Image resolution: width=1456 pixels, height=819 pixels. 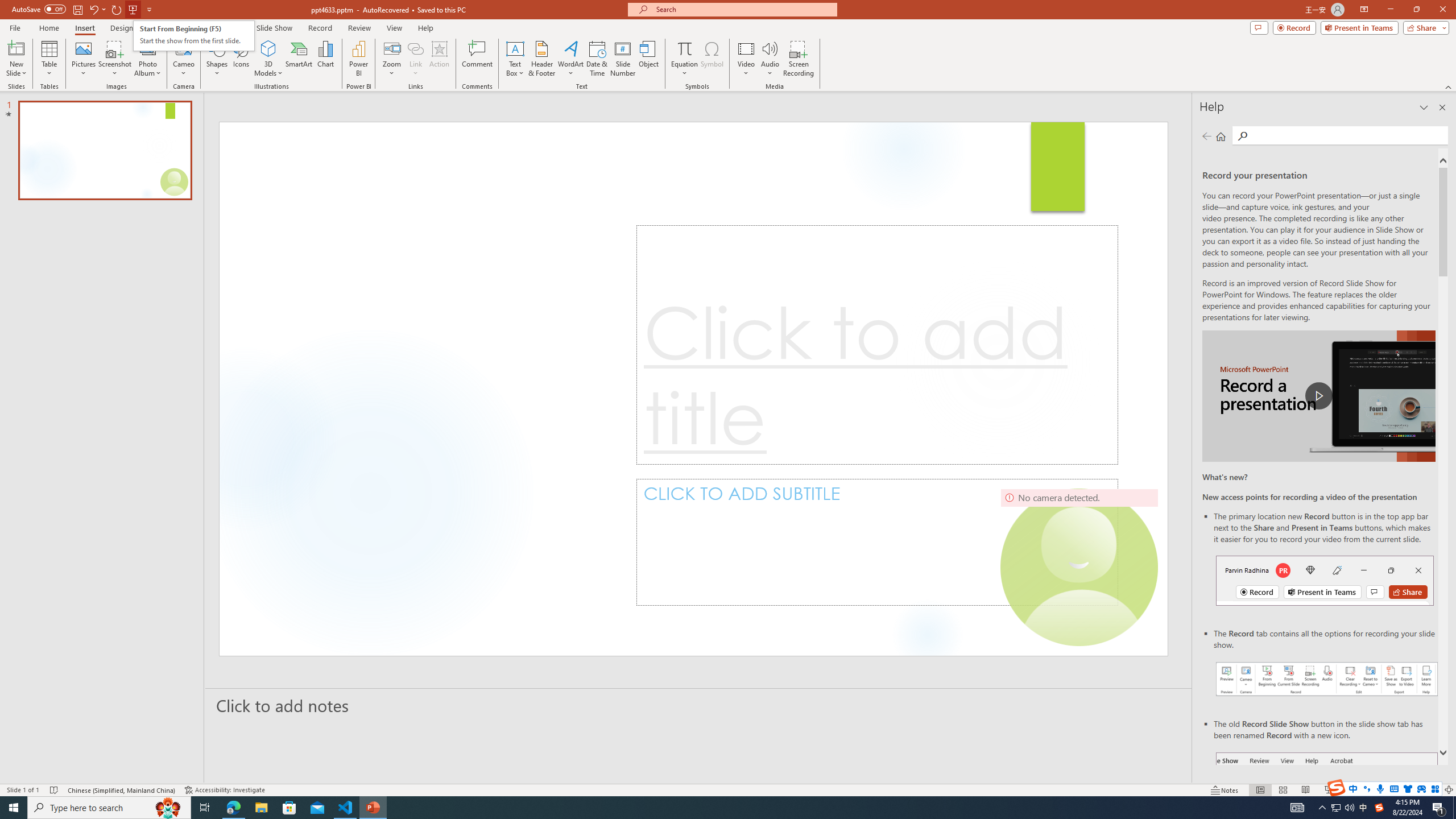 I want to click on 'Zoom 131%', so click(x=1430, y=790).